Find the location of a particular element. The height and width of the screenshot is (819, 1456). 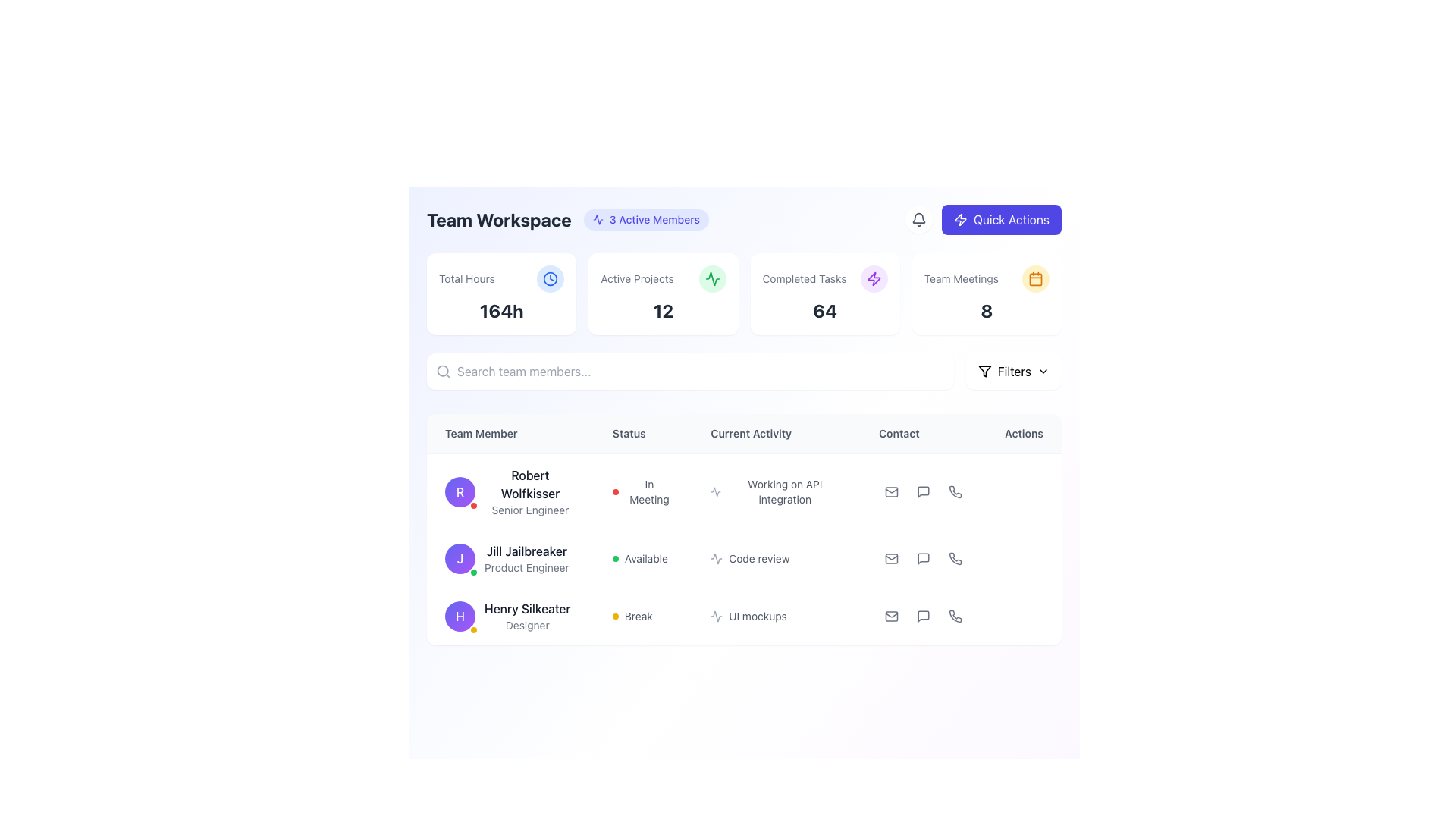

the comment icon, which is a small speech balloon styled with a gray outline, located in the 'Actions' column of the second row of the team member list is located at coordinates (923, 558).